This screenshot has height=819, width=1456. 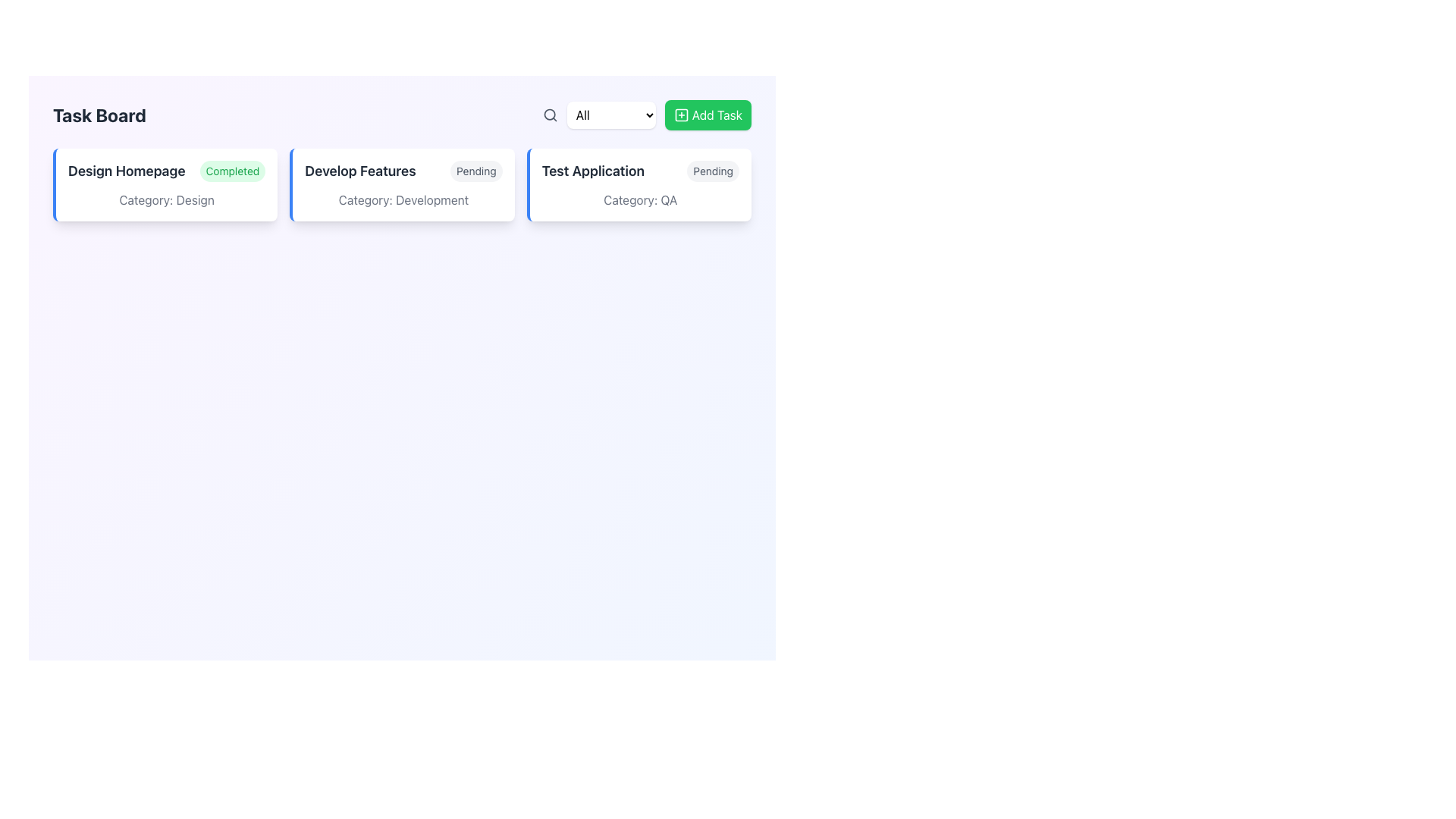 I want to click on the 'Test Application' task card, which is located in the third column of the task board and displays its status as 'Pending' and category as 'QA', so click(x=639, y=184).